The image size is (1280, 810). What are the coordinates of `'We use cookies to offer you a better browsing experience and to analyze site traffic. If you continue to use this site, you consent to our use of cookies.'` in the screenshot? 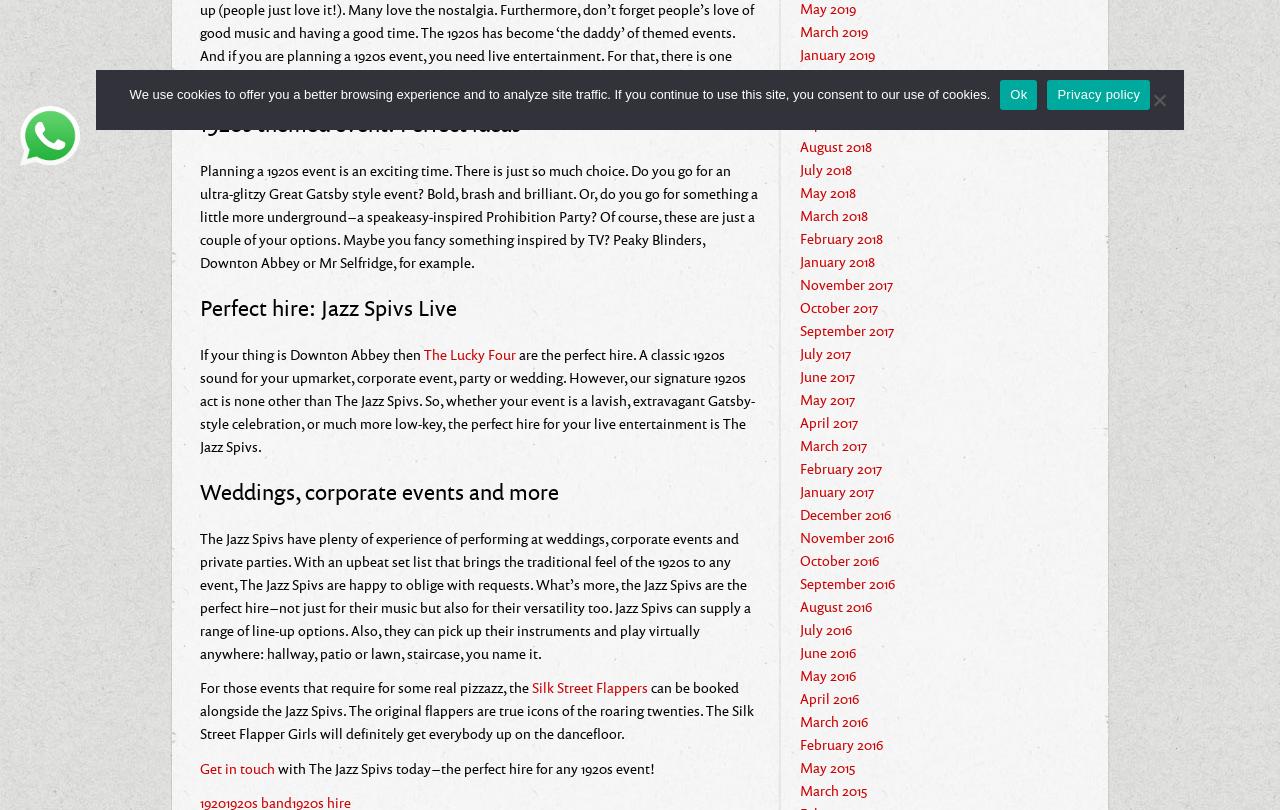 It's located at (559, 94).